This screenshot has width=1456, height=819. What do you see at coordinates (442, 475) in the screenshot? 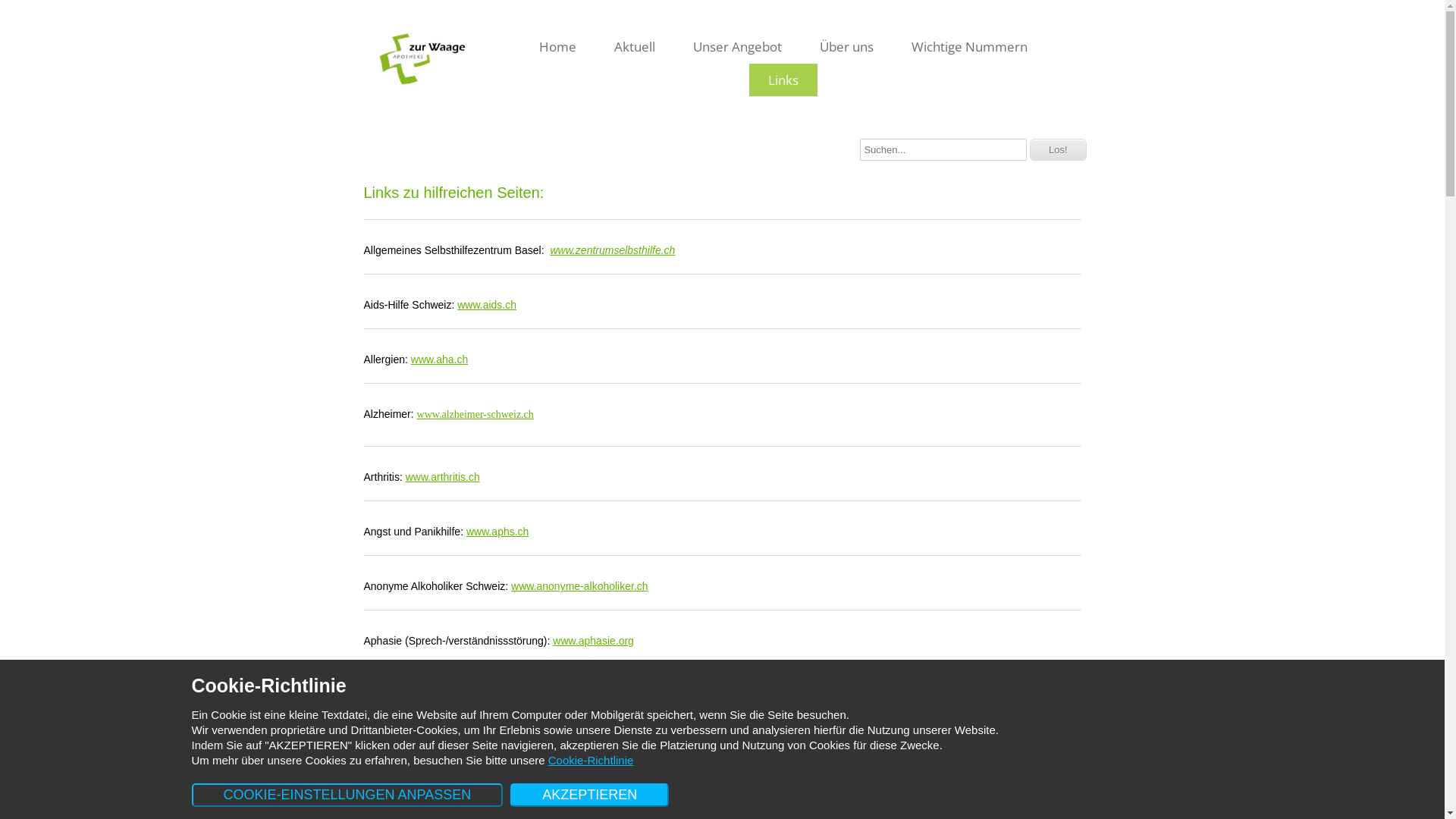
I see `'www.arthritis.ch'` at bounding box center [442, 475].